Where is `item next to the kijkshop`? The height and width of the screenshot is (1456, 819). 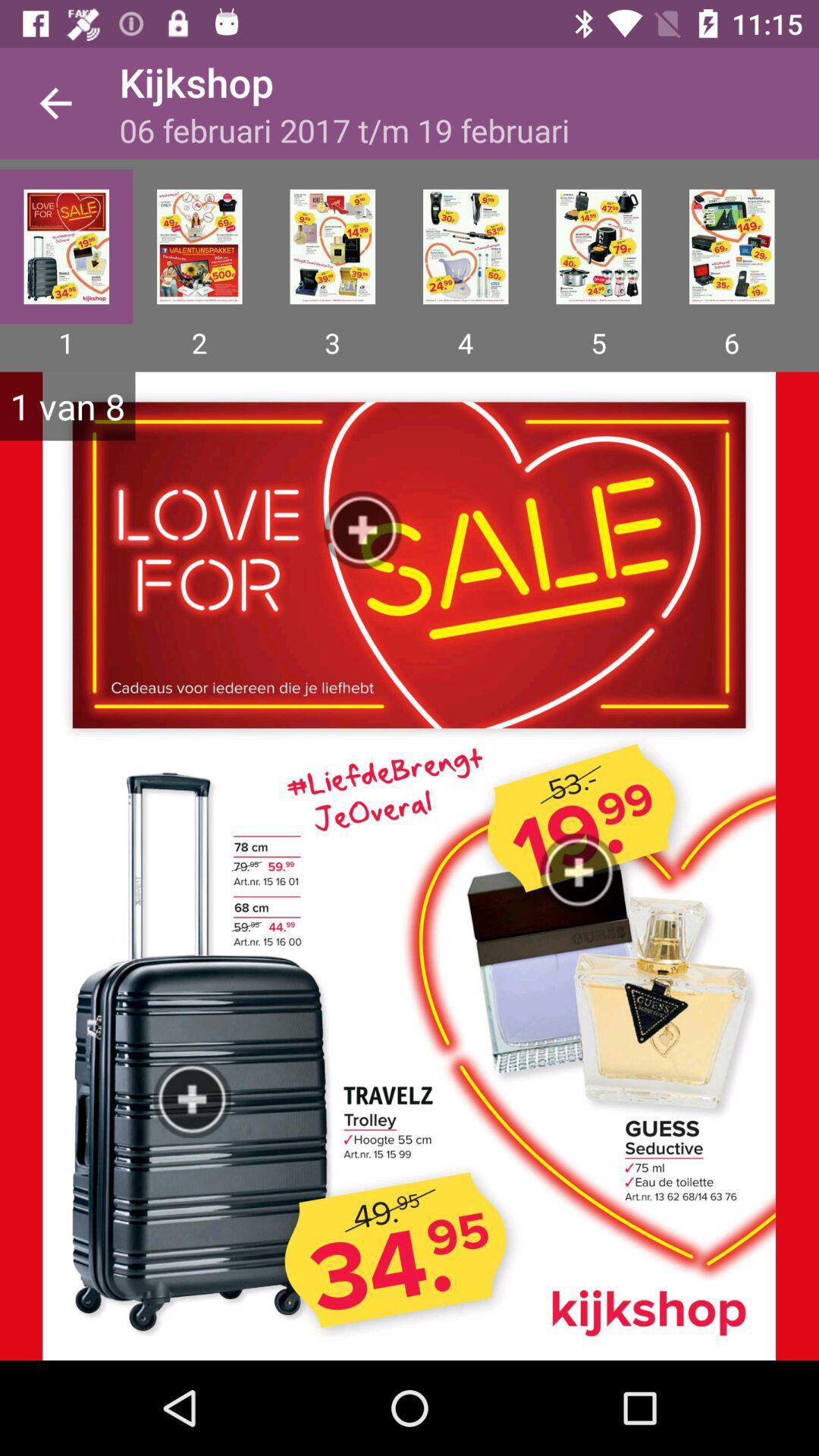 item next to the kijkshop is located at coordinates (55, 102).